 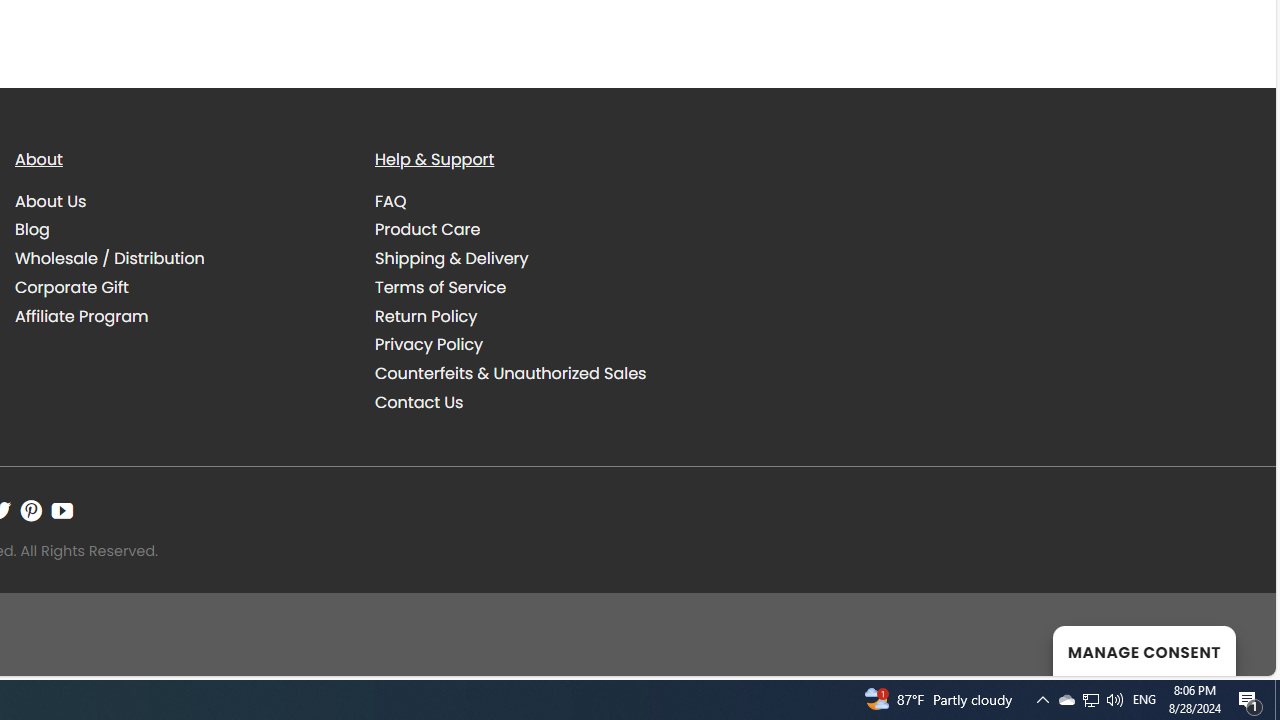 What do you see at coordinates (425, 315) in the screenshot?
I see `'Return Policy'` at bounding box center [425, 315].